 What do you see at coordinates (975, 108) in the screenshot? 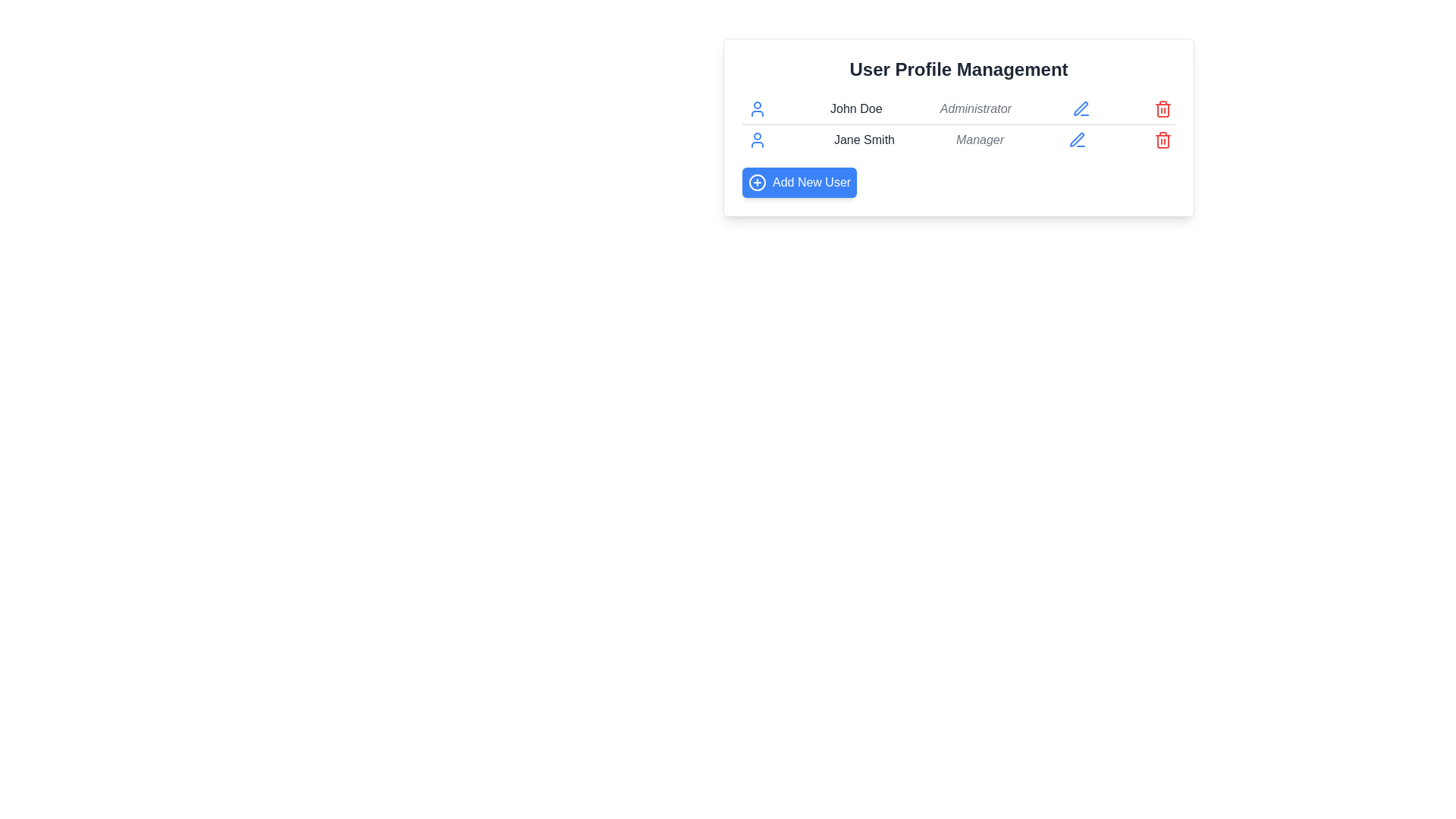
I see `the text label indicating the role or designation for 'John Doe' in the User Profile Management section to potentially see additional details` at bounding box center [975, 108].